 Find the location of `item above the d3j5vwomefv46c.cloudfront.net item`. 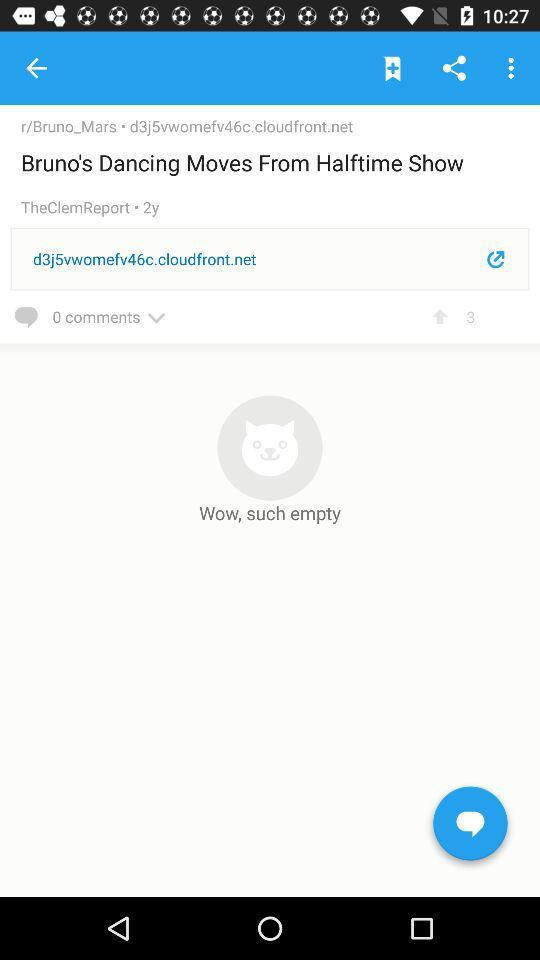

item above the d3j5vwomefv46c.cloudfront.net item is located at coordinates (80, 207).